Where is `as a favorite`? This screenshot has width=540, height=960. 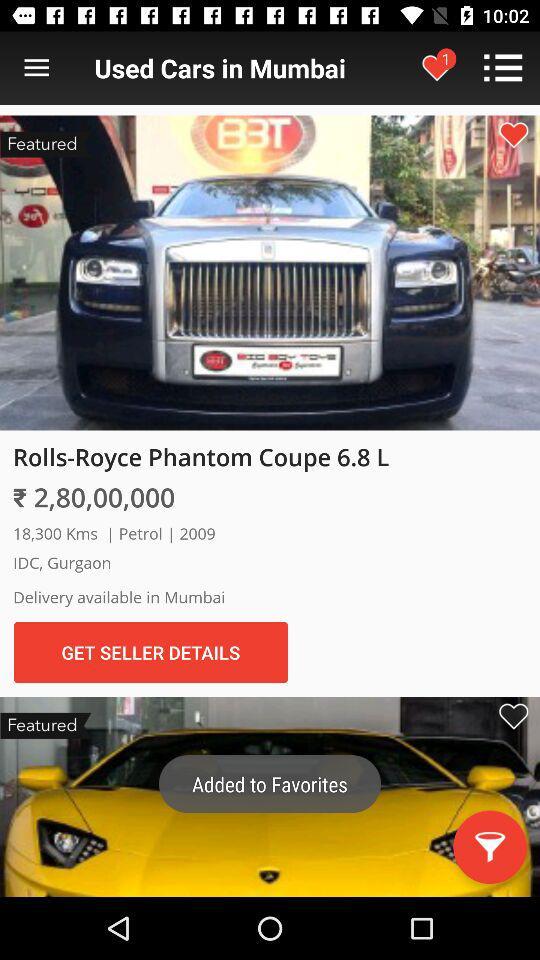
as a favorite is located at coordinates (513, 716).